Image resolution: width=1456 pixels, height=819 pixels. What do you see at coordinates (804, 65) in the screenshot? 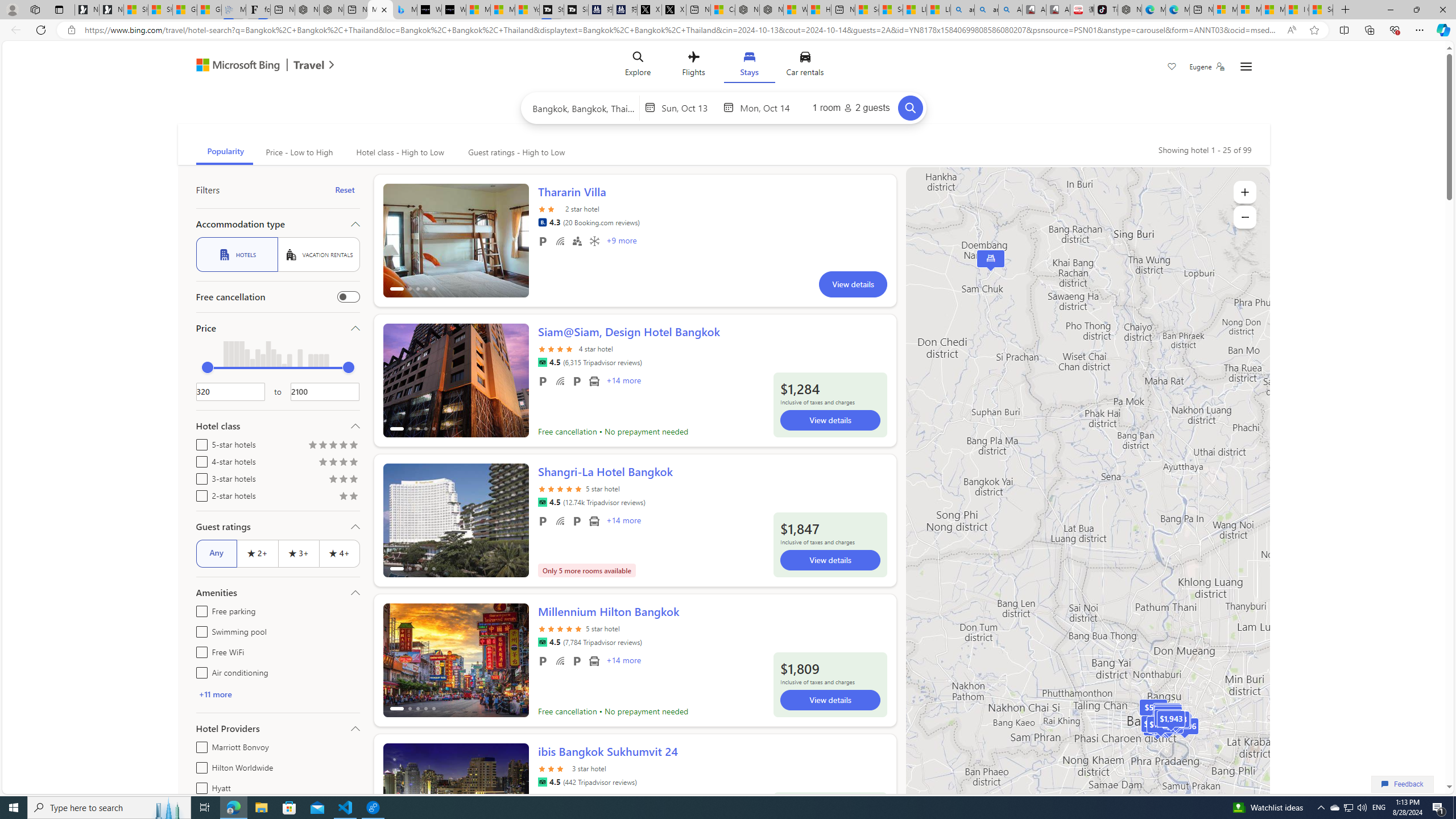
I see `'Car rentals'` at bounding box center [804, 65].